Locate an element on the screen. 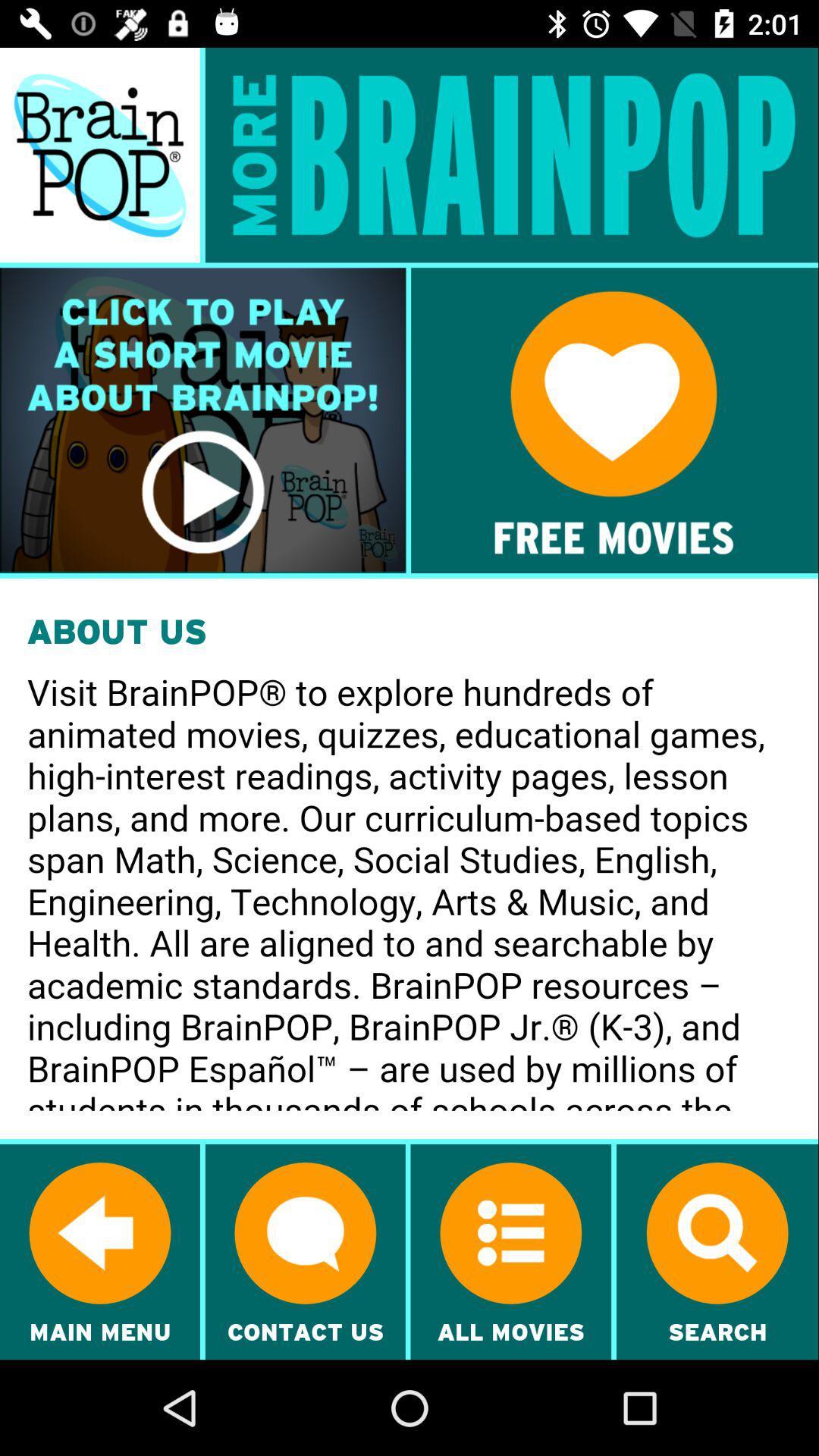 The image size is (819, 1456). main page of page is located at coordinates (99, 155).